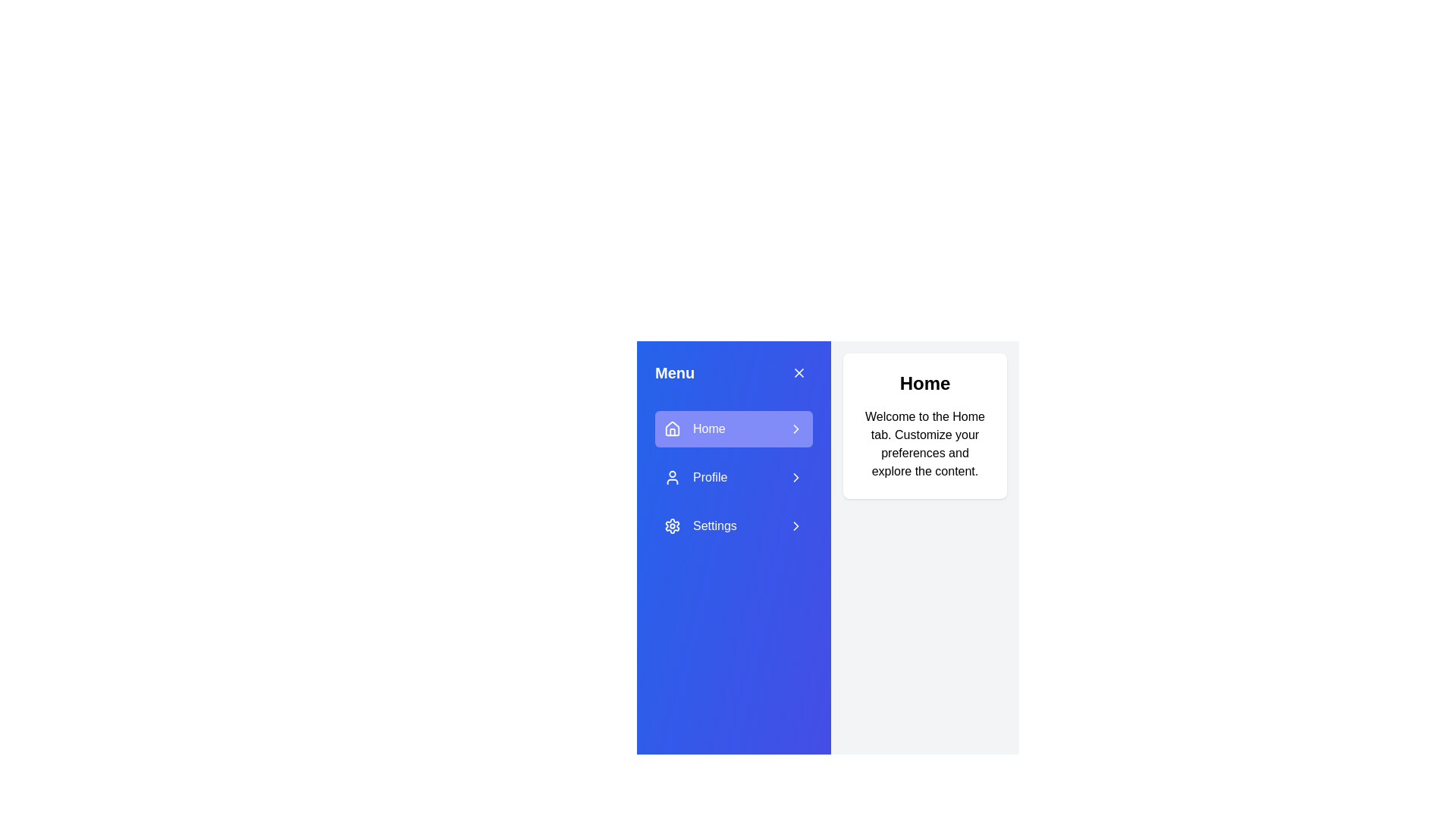 The width and height of the screenshot is (1456, 819). Describe the element at coordinates (795, 476) in the screenshot. I see `the small chevron-right icon located on the far-right side of the 'Profile' item within the blue background of the menu panel` at that location.